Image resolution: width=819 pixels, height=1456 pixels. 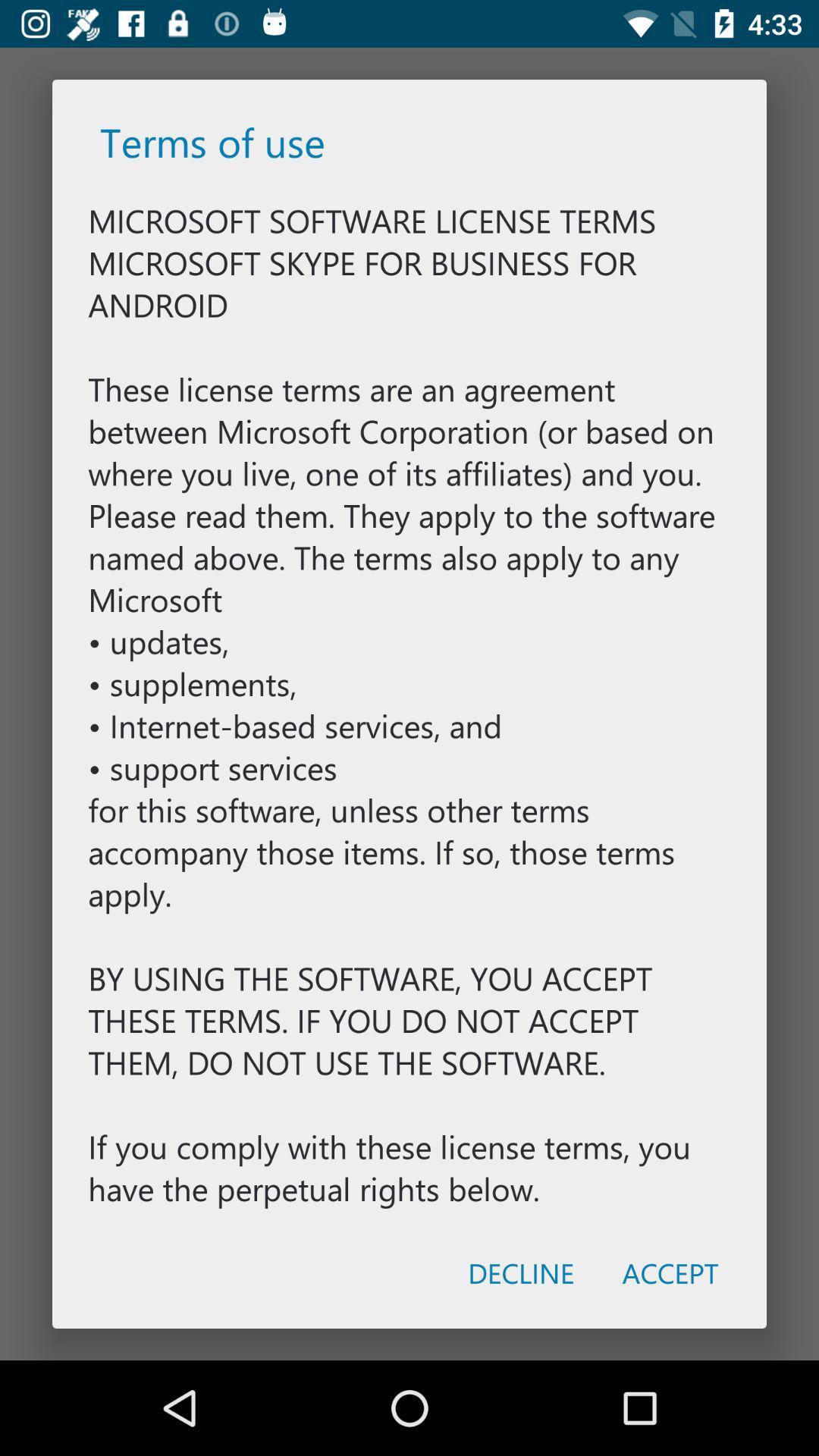 I want to click on the icon next to accept, so click(x=520, y=1272).